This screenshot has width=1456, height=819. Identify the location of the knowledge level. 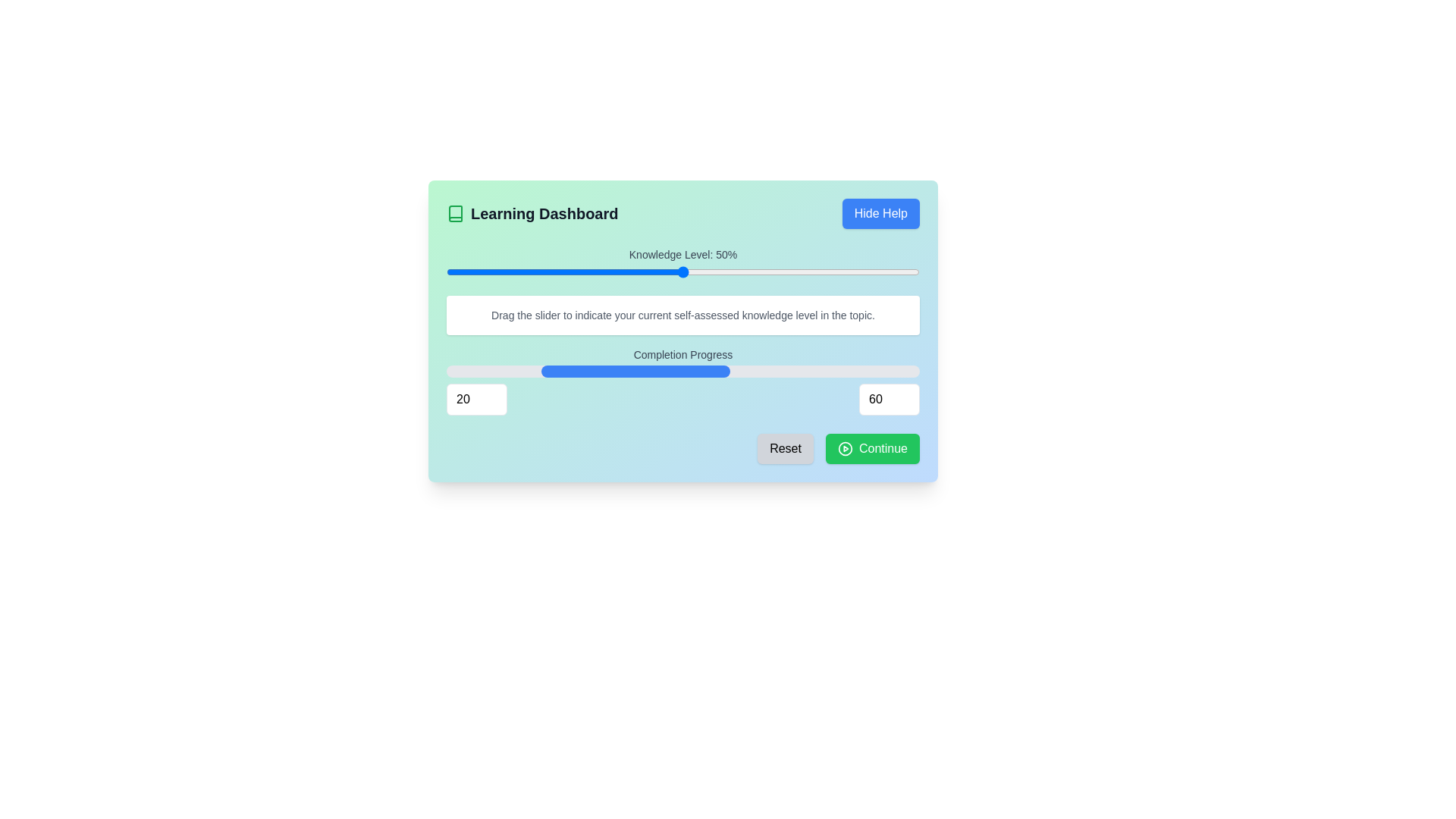
(891, 271).